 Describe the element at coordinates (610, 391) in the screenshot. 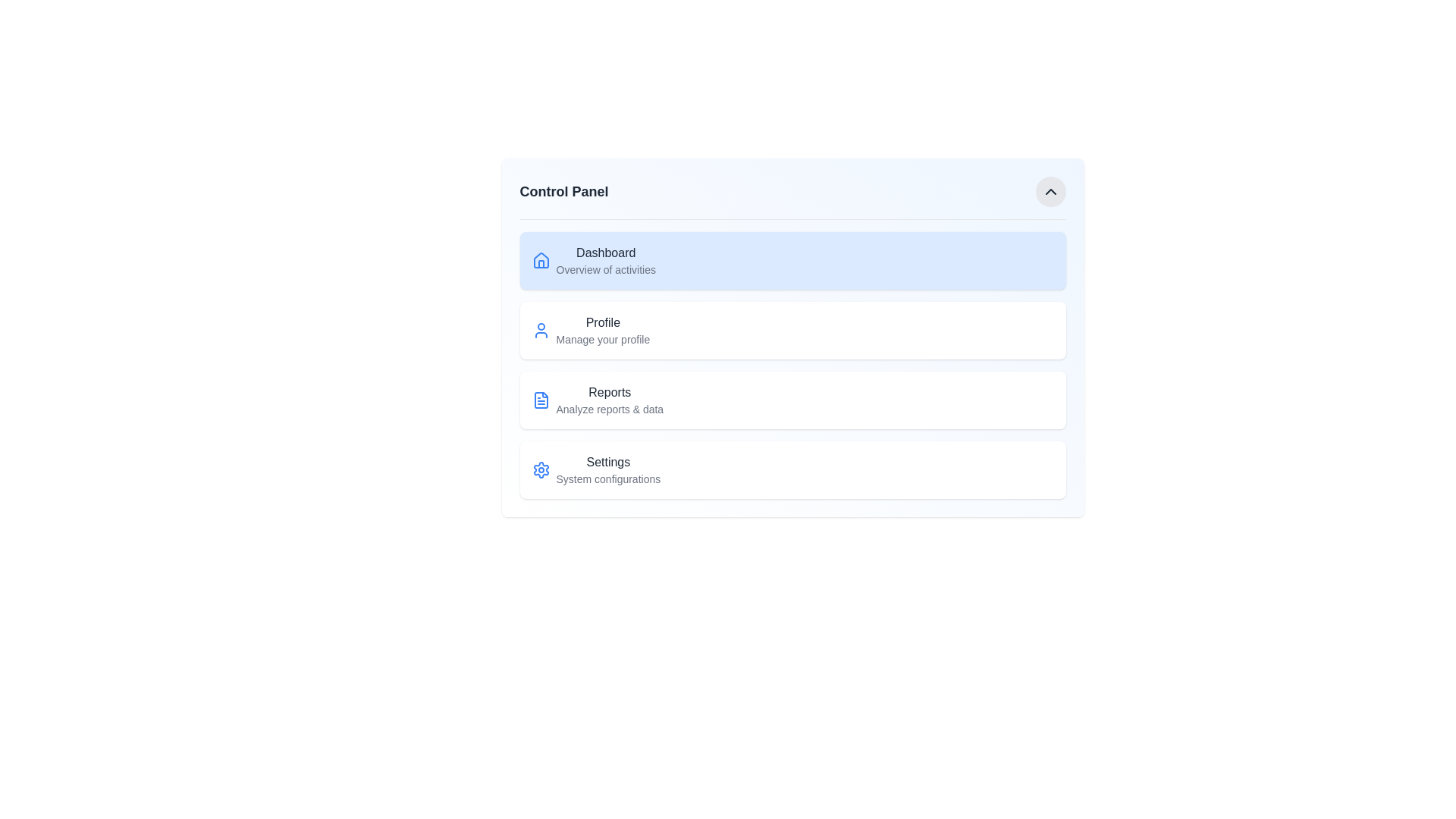

I see `the 'Reports' text label element, which is styled with a medium font weight and gray color, positioned above the descriptive text 'Analyze reports & data'` at that location.